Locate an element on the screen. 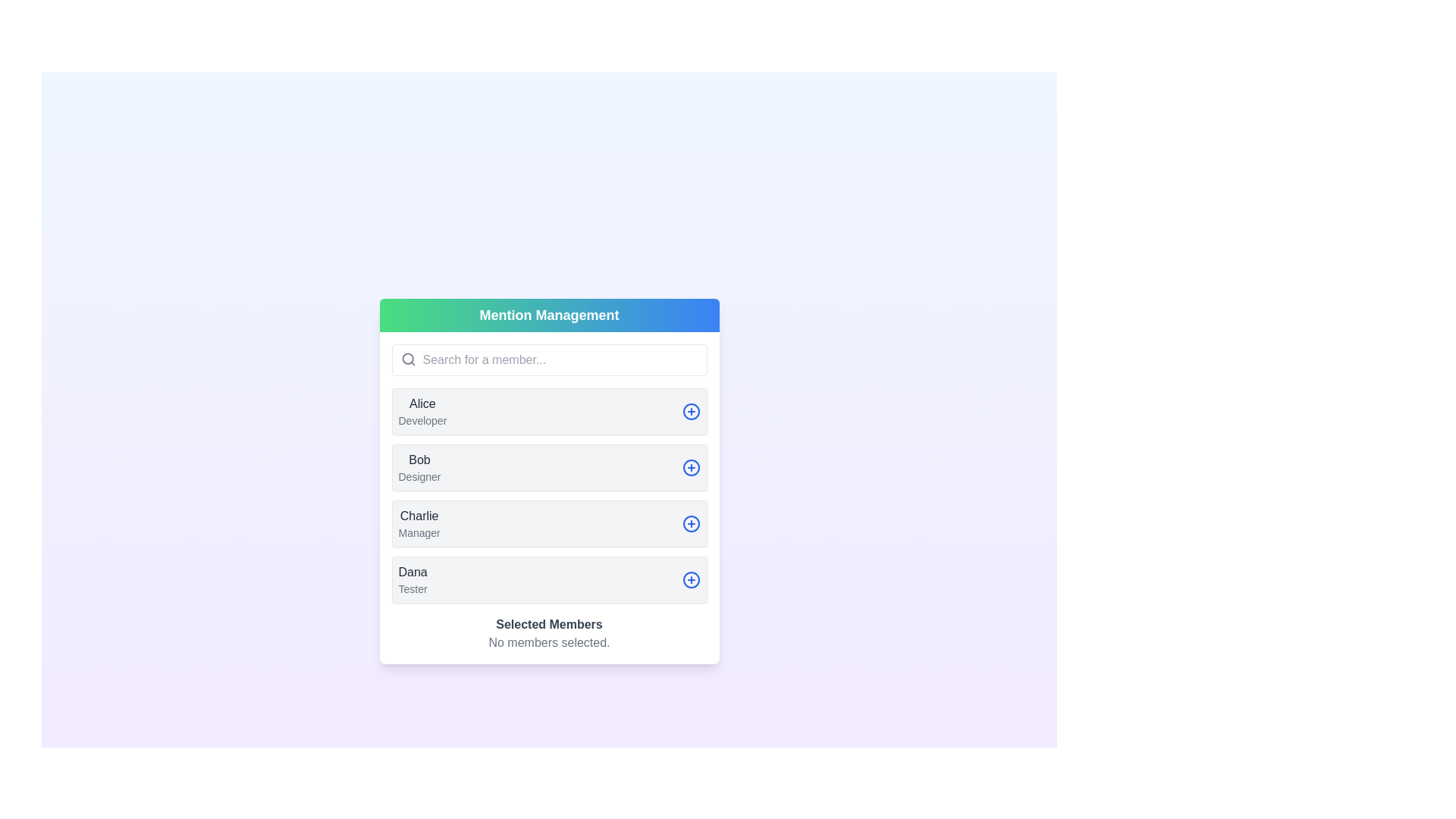  the circular button with a blue outline and white fill, featuring a '+' symbol at its center, located at the top-right corner of the 'Alice' list item in the 'Mention Management' interface is located at coordinates (690, 412).